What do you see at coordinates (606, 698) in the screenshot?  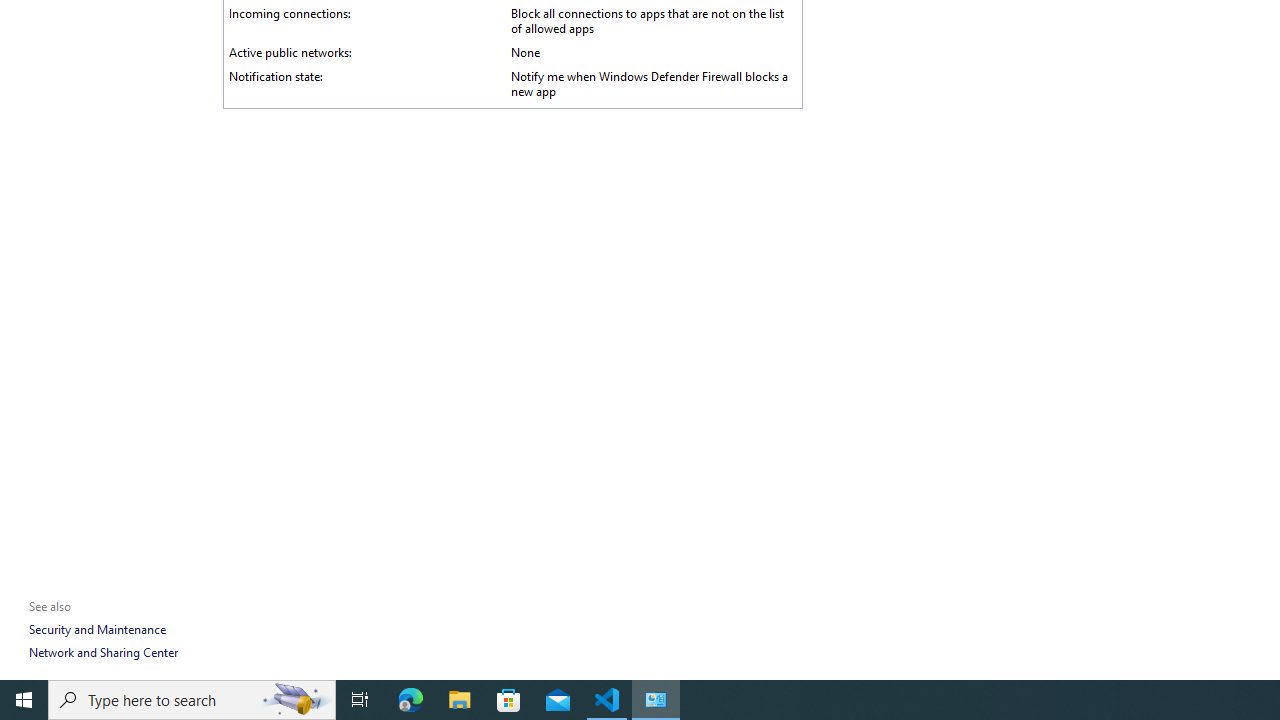 I see `'Visual Studio Code - 1 running window'` at bounding box center [606, 698].